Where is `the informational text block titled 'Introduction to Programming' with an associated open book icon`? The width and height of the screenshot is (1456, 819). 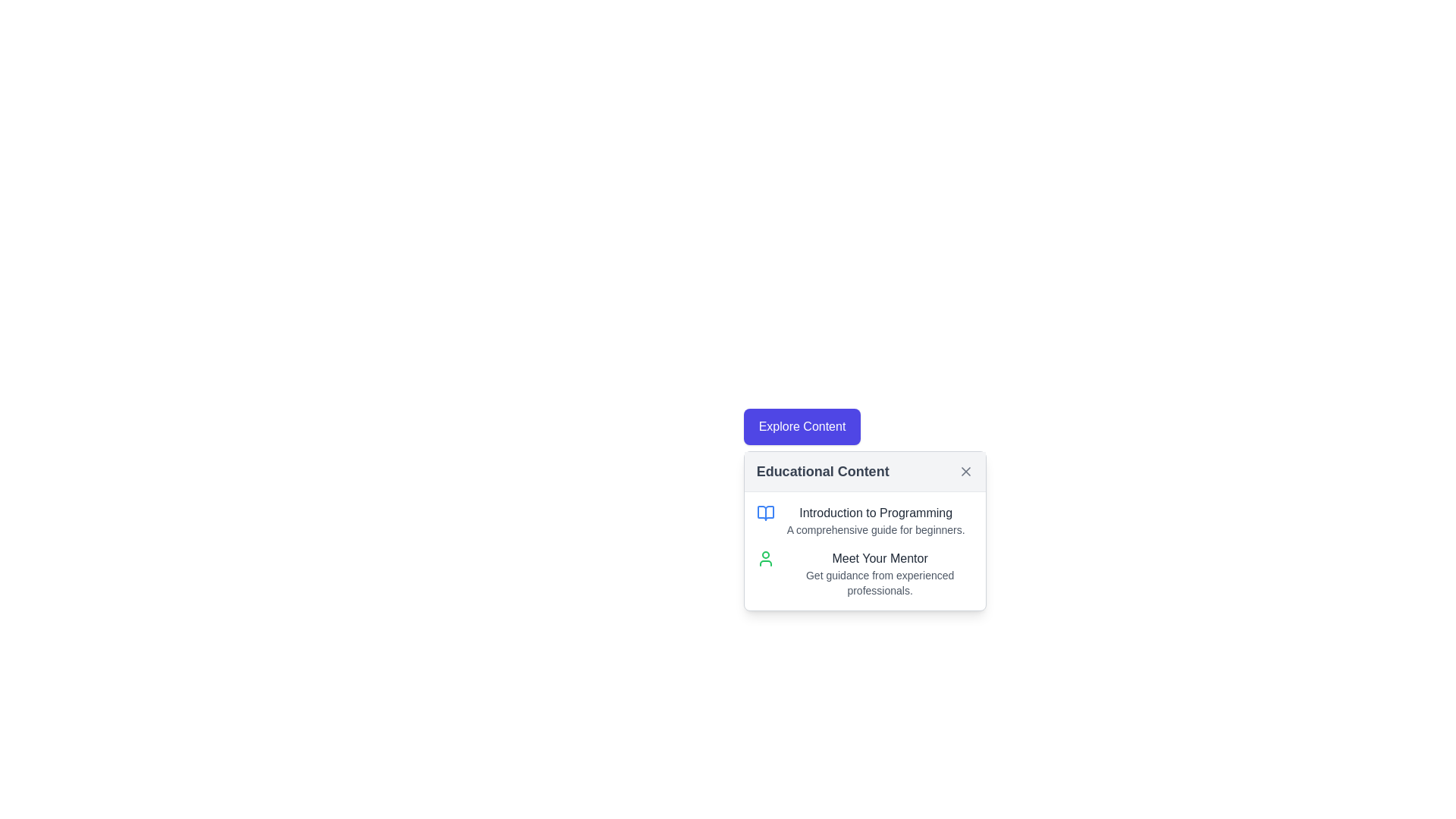
the informational text block titled 'Introduction to Programming' with an associated open book icon is located at coordinates (864, 519).